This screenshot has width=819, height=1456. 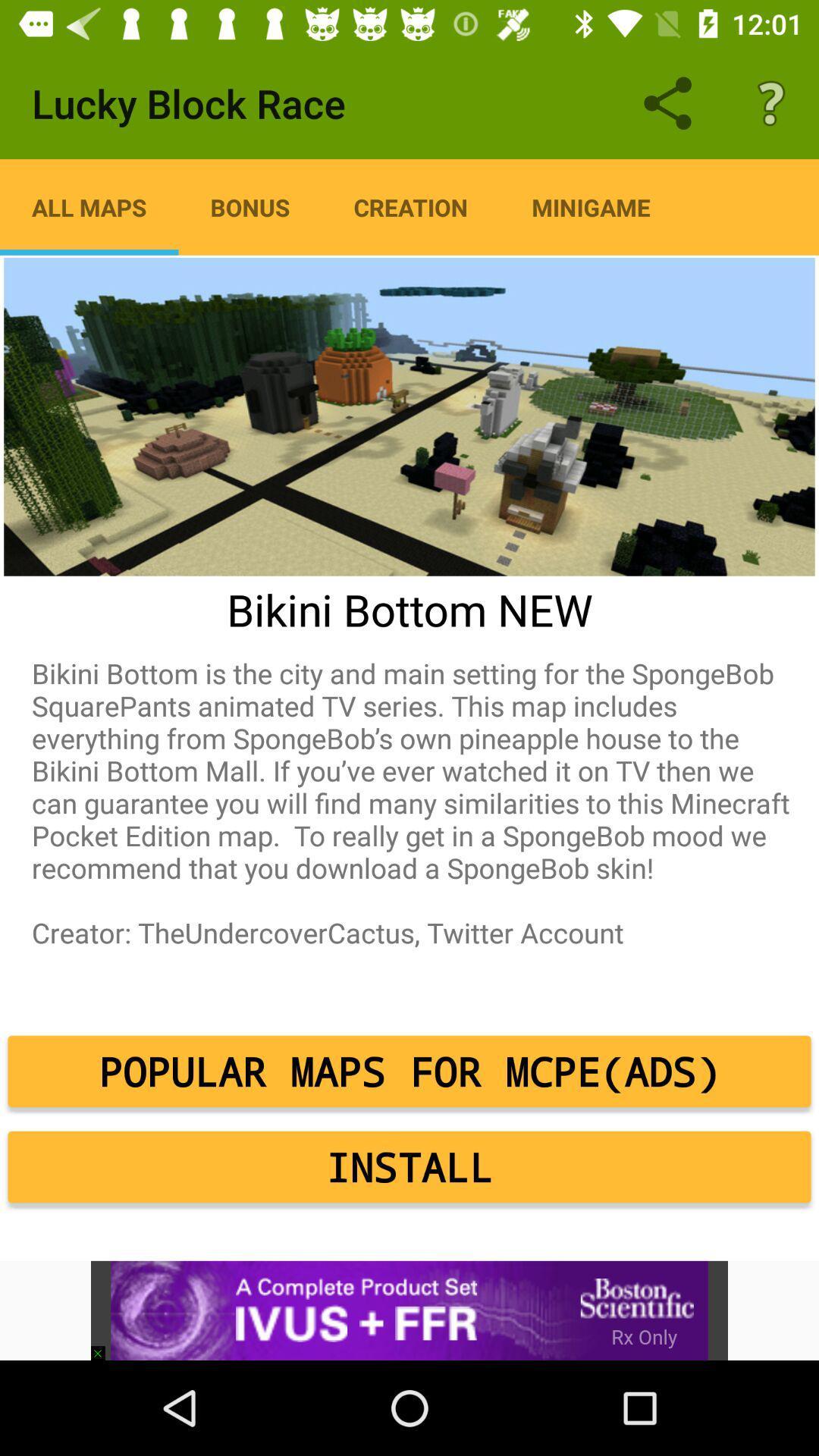 I want to click on the app to the left of minigame app, so click(x=410, y=206).